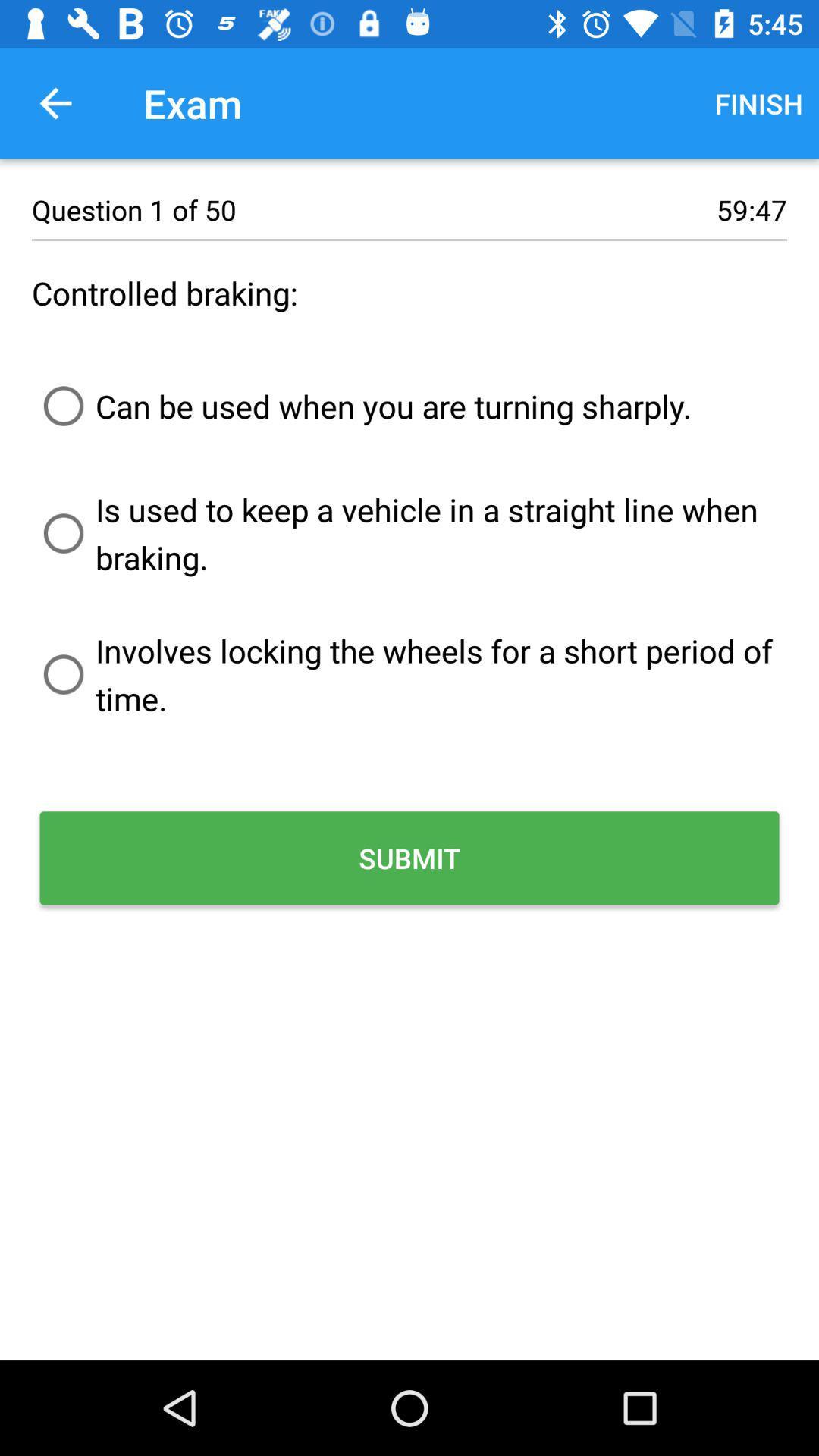 This screenshot has height=1456, width=819. I want to click on item below the can be used, so click(409, 533).